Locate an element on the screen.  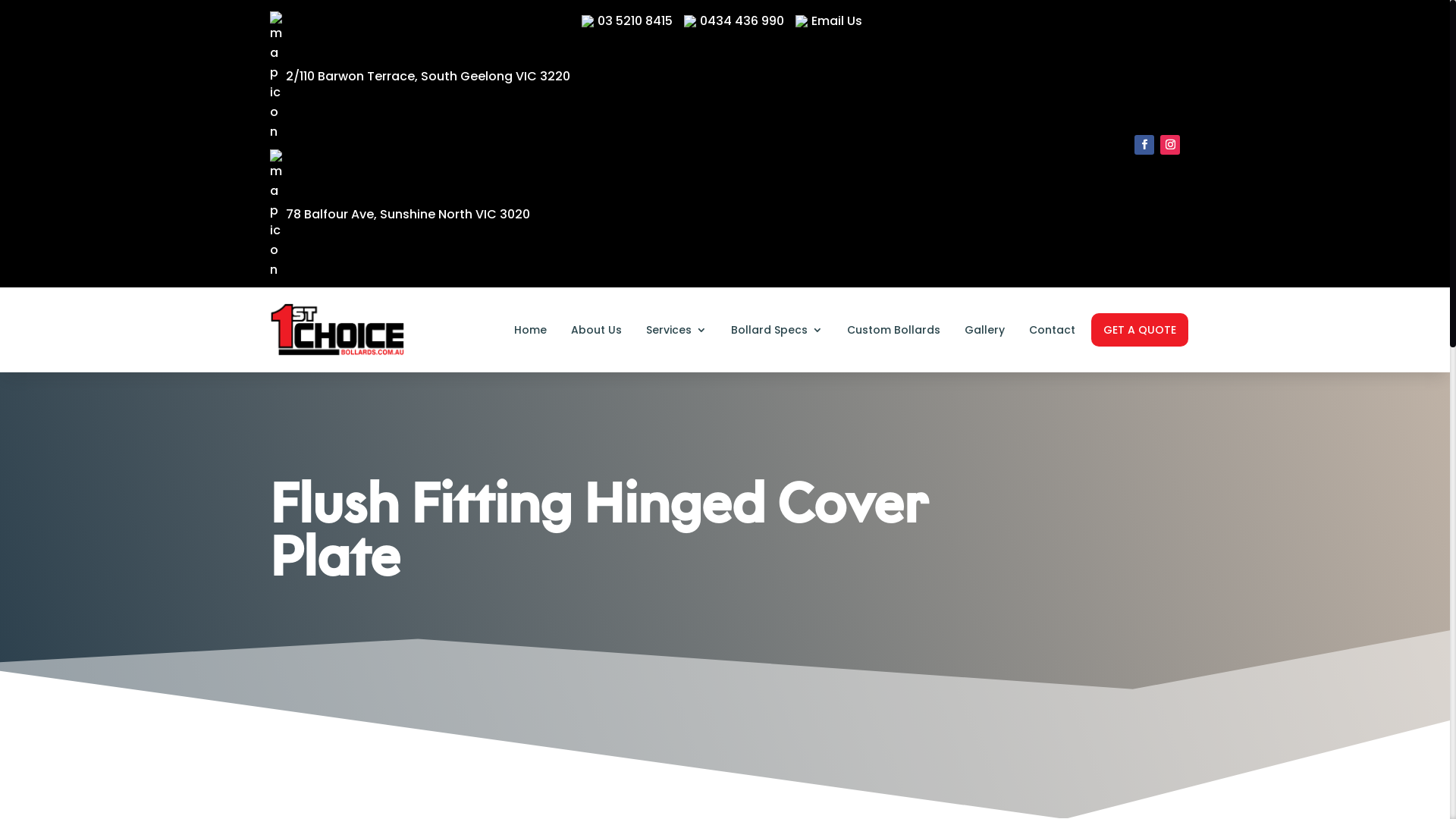
'78 Balfour Ave, Sunshine North VIC 3020' is located at coordinates (400, 214).